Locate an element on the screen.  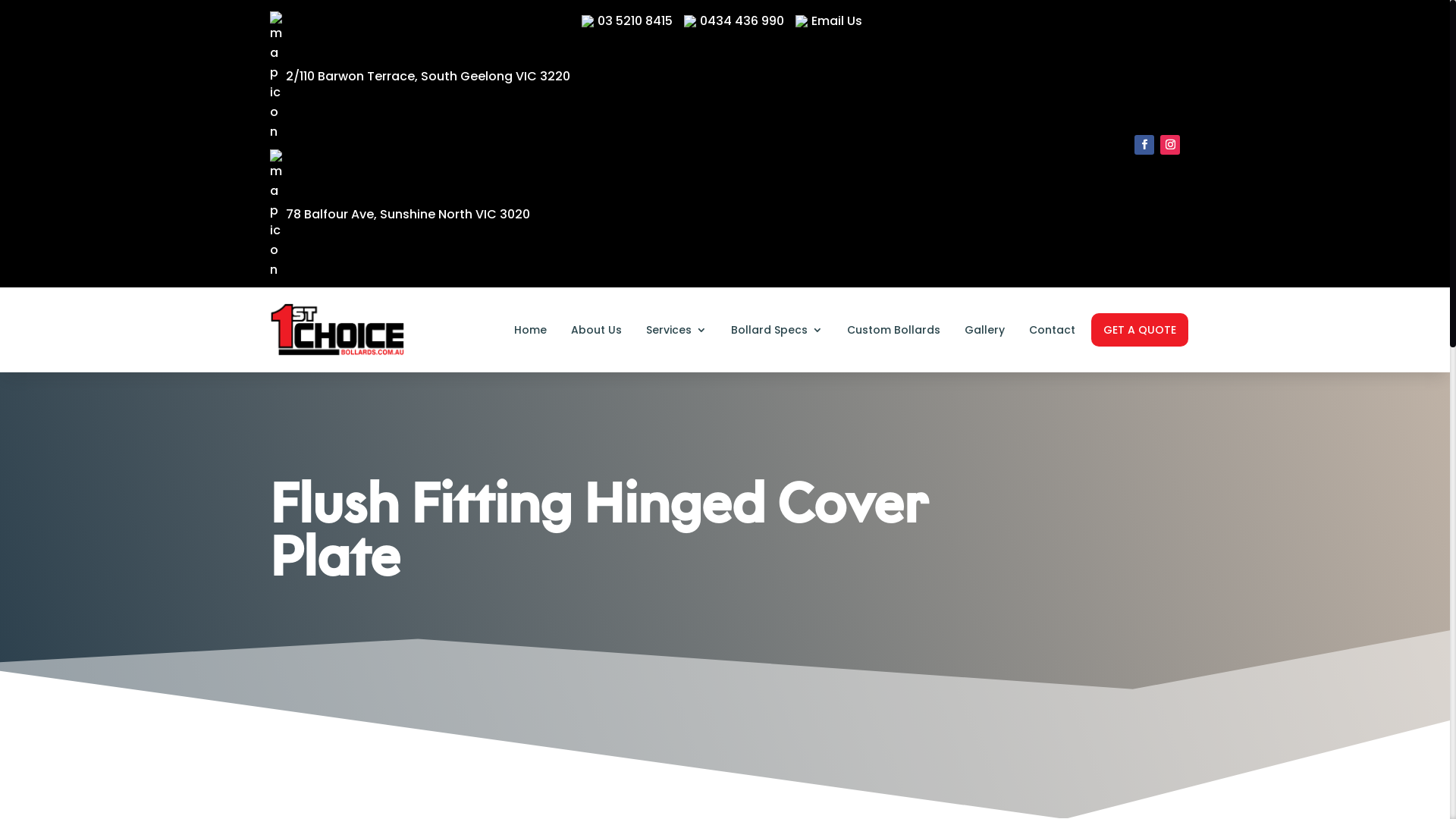
'78 Balfour Ave, Sunshine North VIC 3020' is located at coordinates (400, 214).